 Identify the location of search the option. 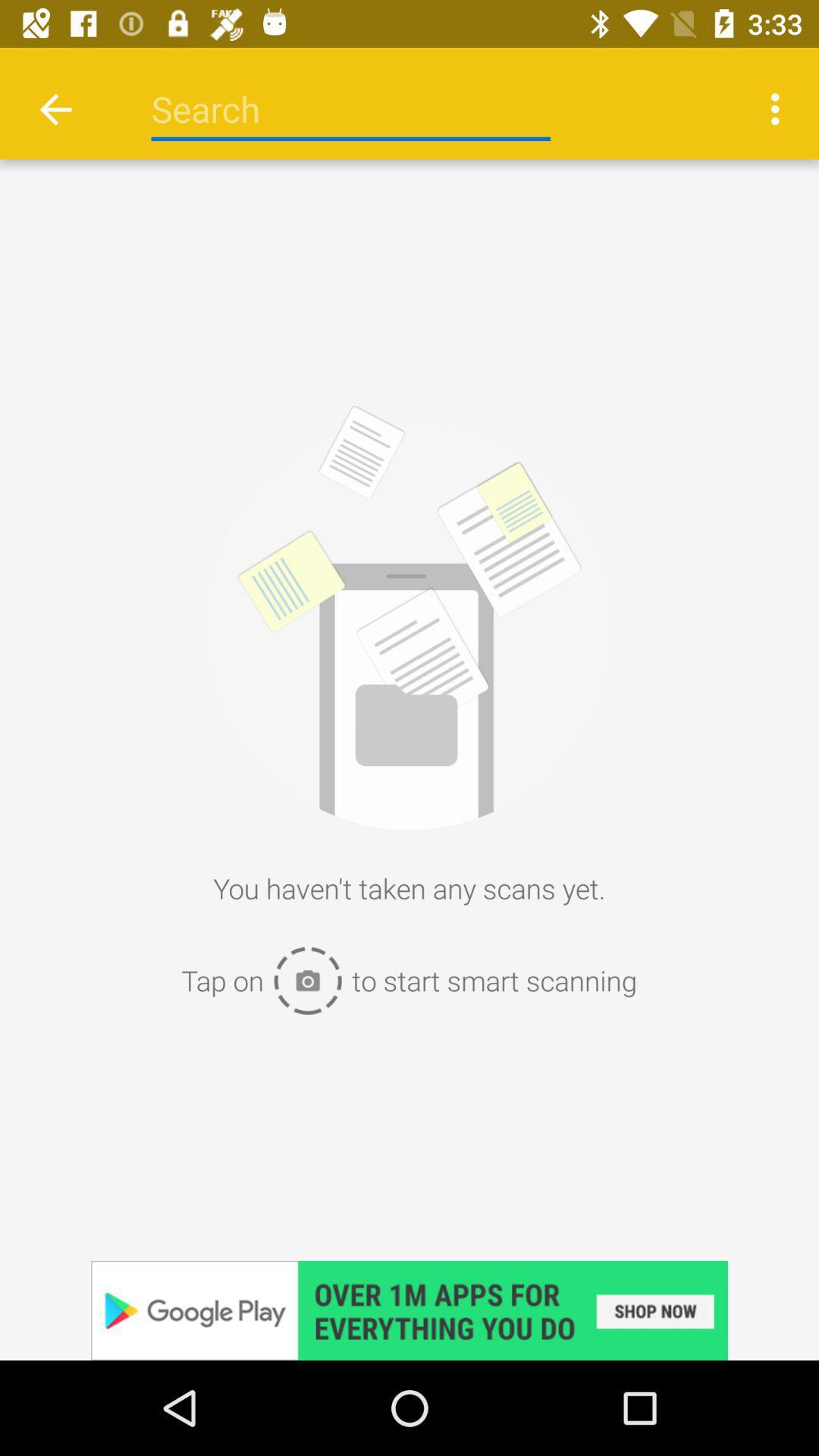
(350, 108).